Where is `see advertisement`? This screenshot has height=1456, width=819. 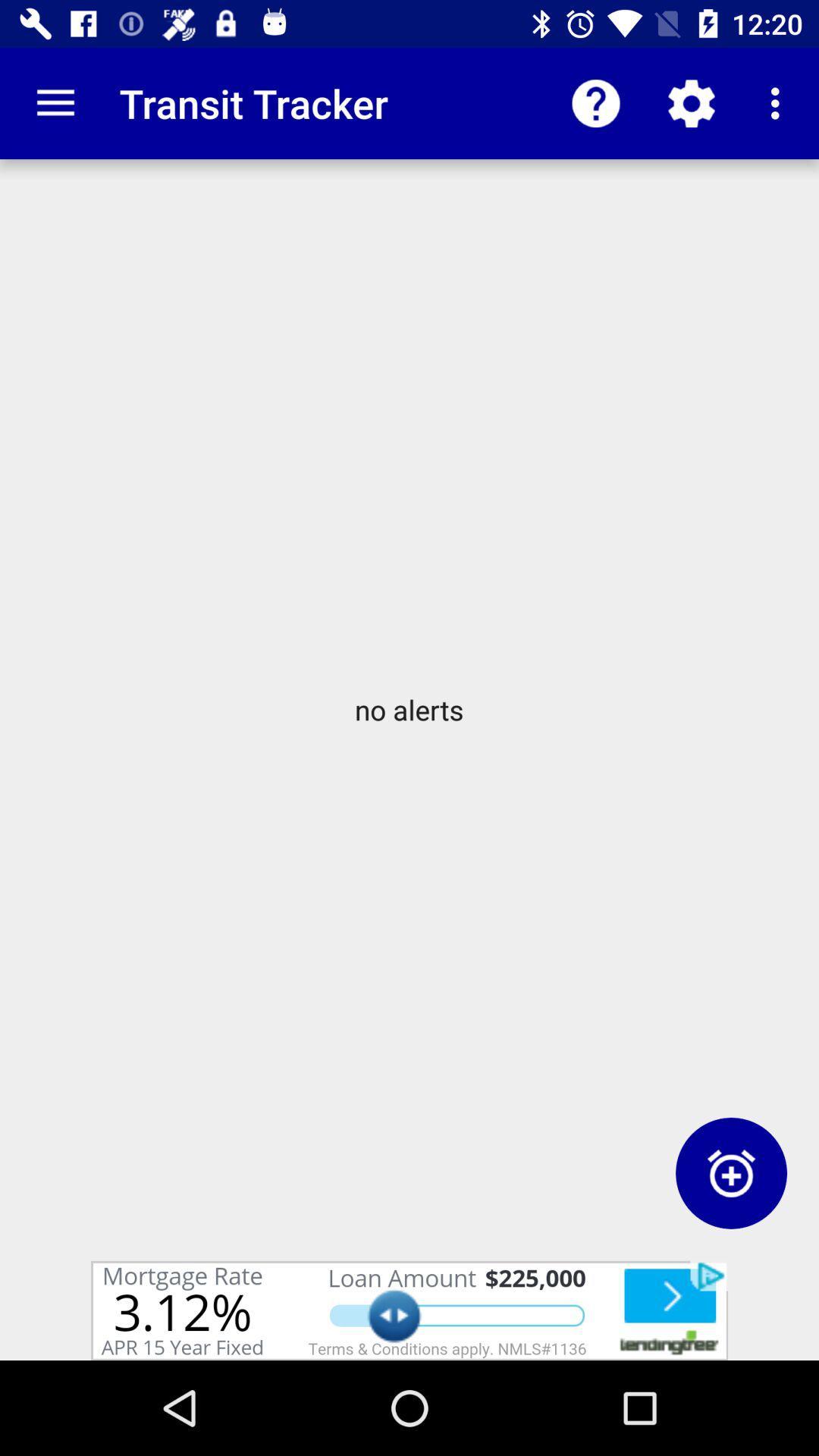
see advertisement is located at coordinates (409, 1310).